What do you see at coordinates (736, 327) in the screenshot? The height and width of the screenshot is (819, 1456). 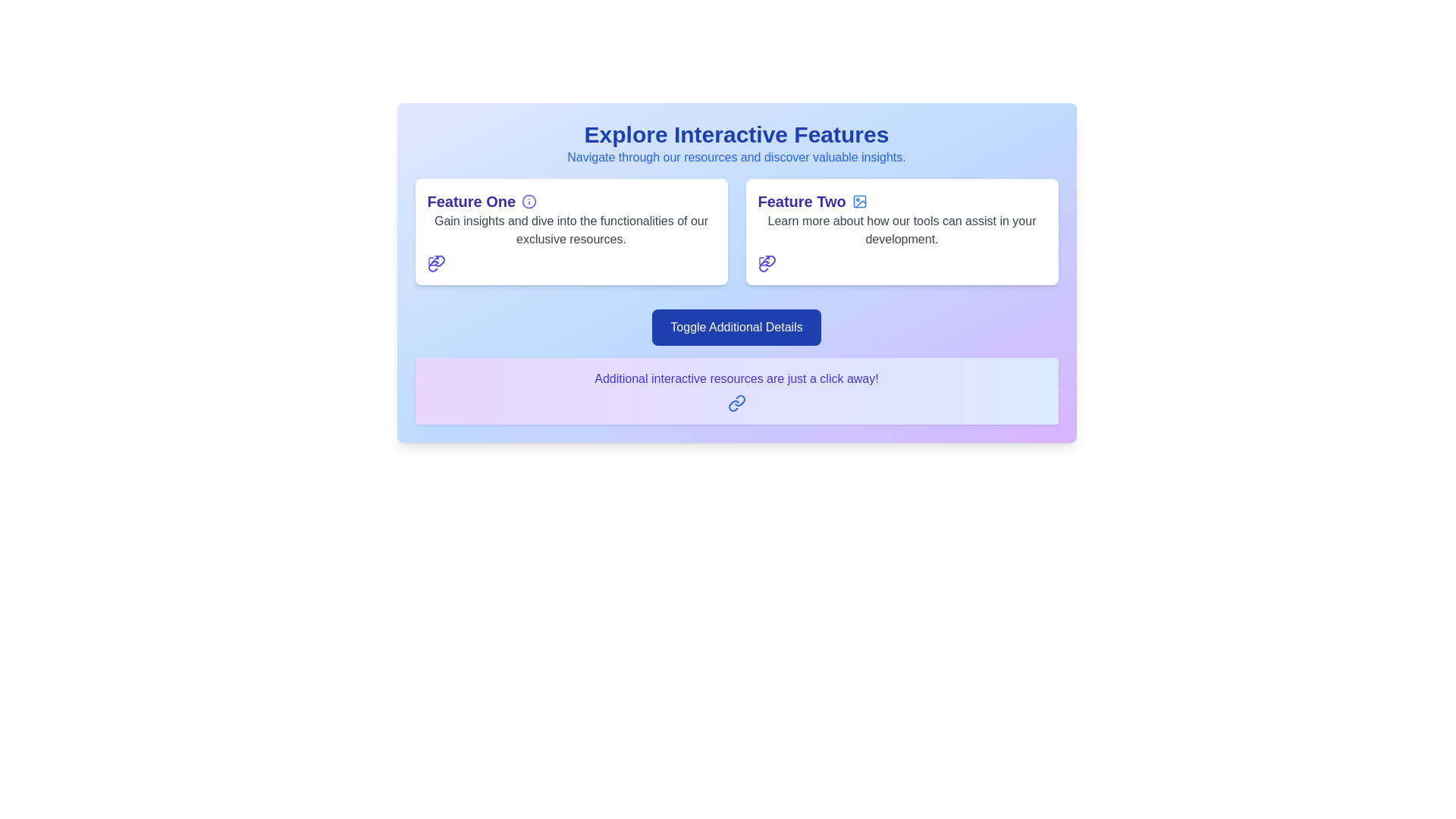 I see `the prominently styled button labeled 'Toggle Additional Details' to observe its hover effect` at bounding box center [736, 327].